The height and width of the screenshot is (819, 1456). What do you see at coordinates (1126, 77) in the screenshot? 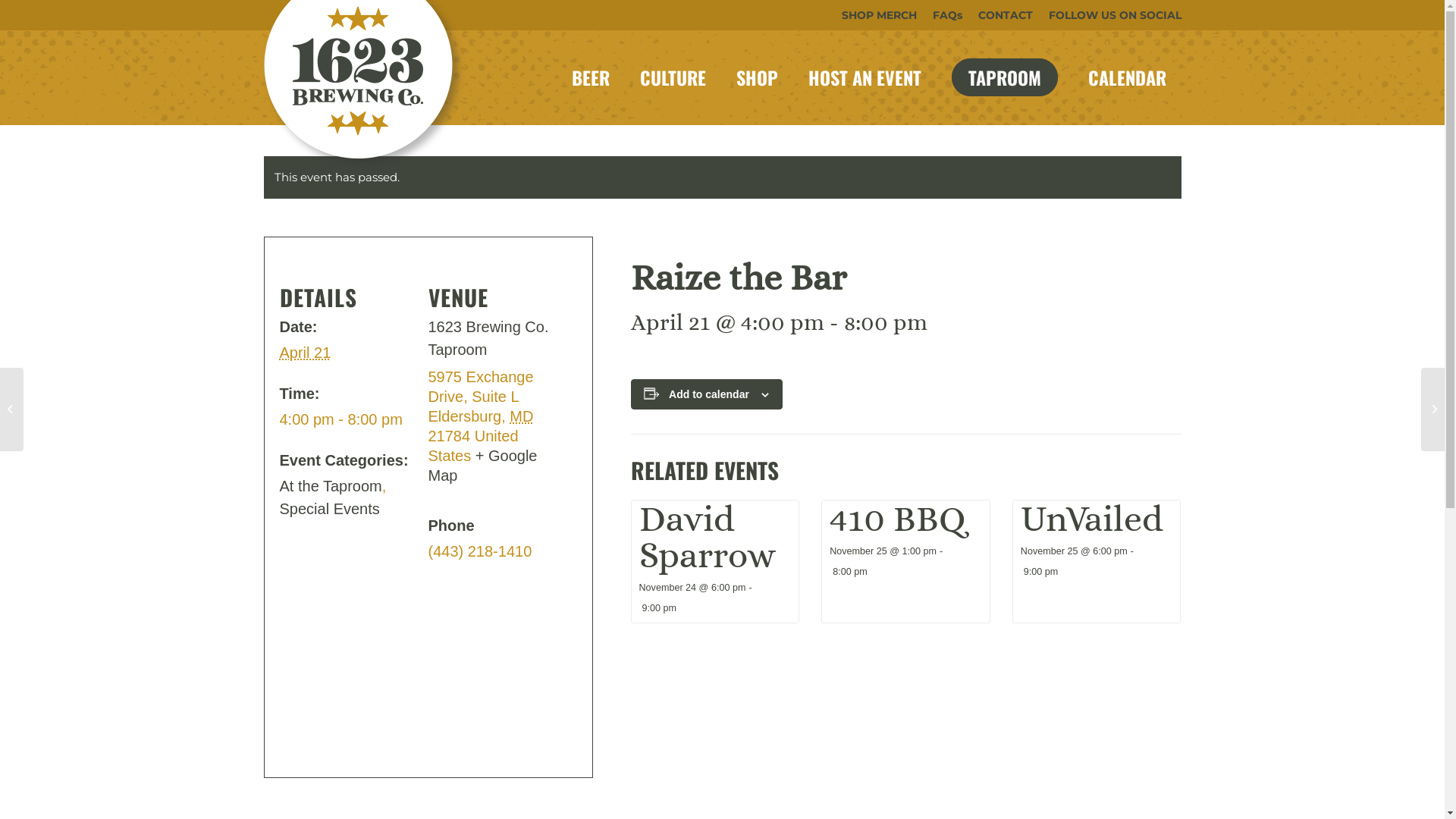
I see `'CALENDAR'` at bounding box center [1126, 77].